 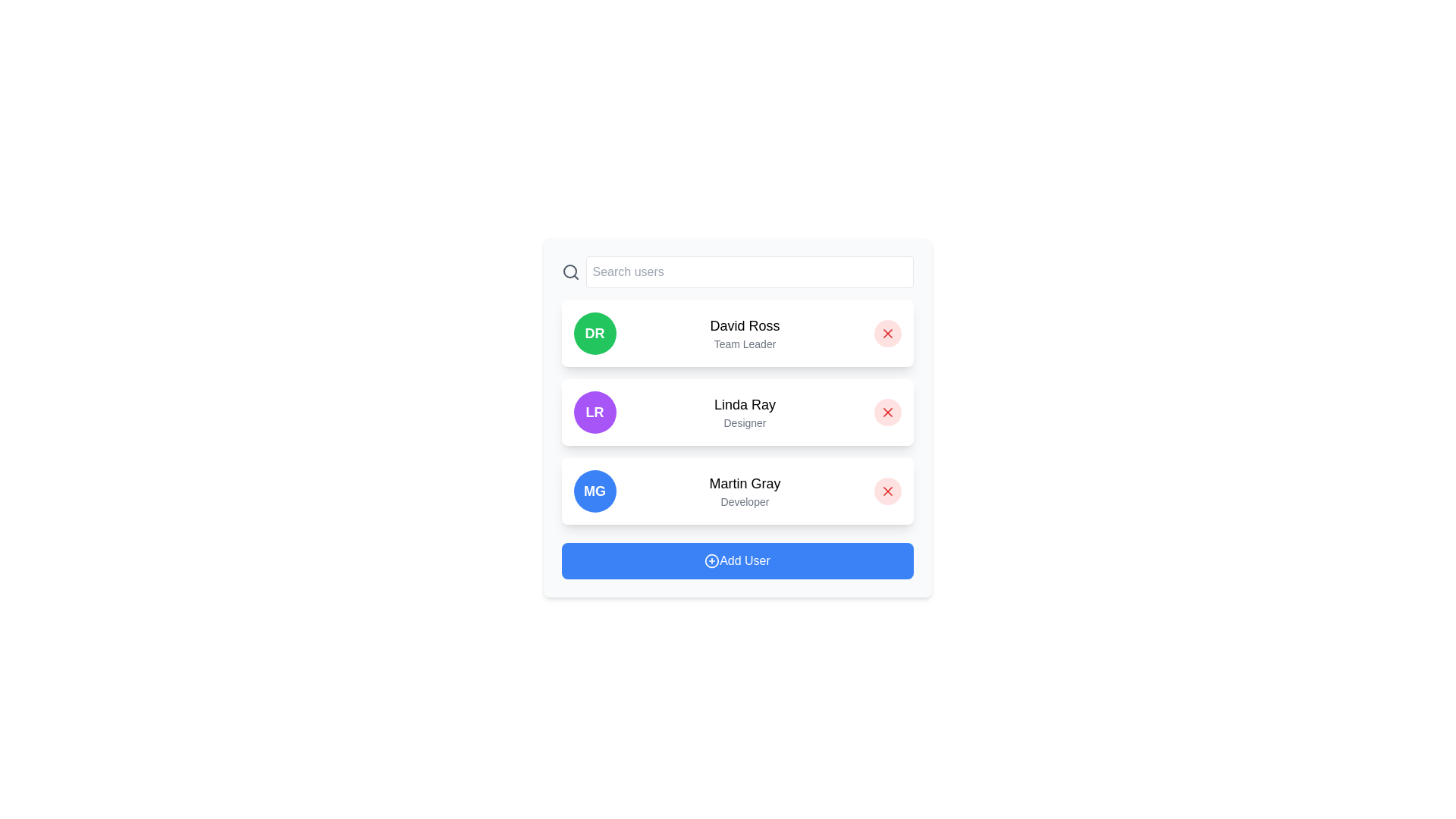 I want to click on the first 'X' shaped icon with a thin red stroke adjacent to the 'David Ross' user entry, so click(x=887, y=332).